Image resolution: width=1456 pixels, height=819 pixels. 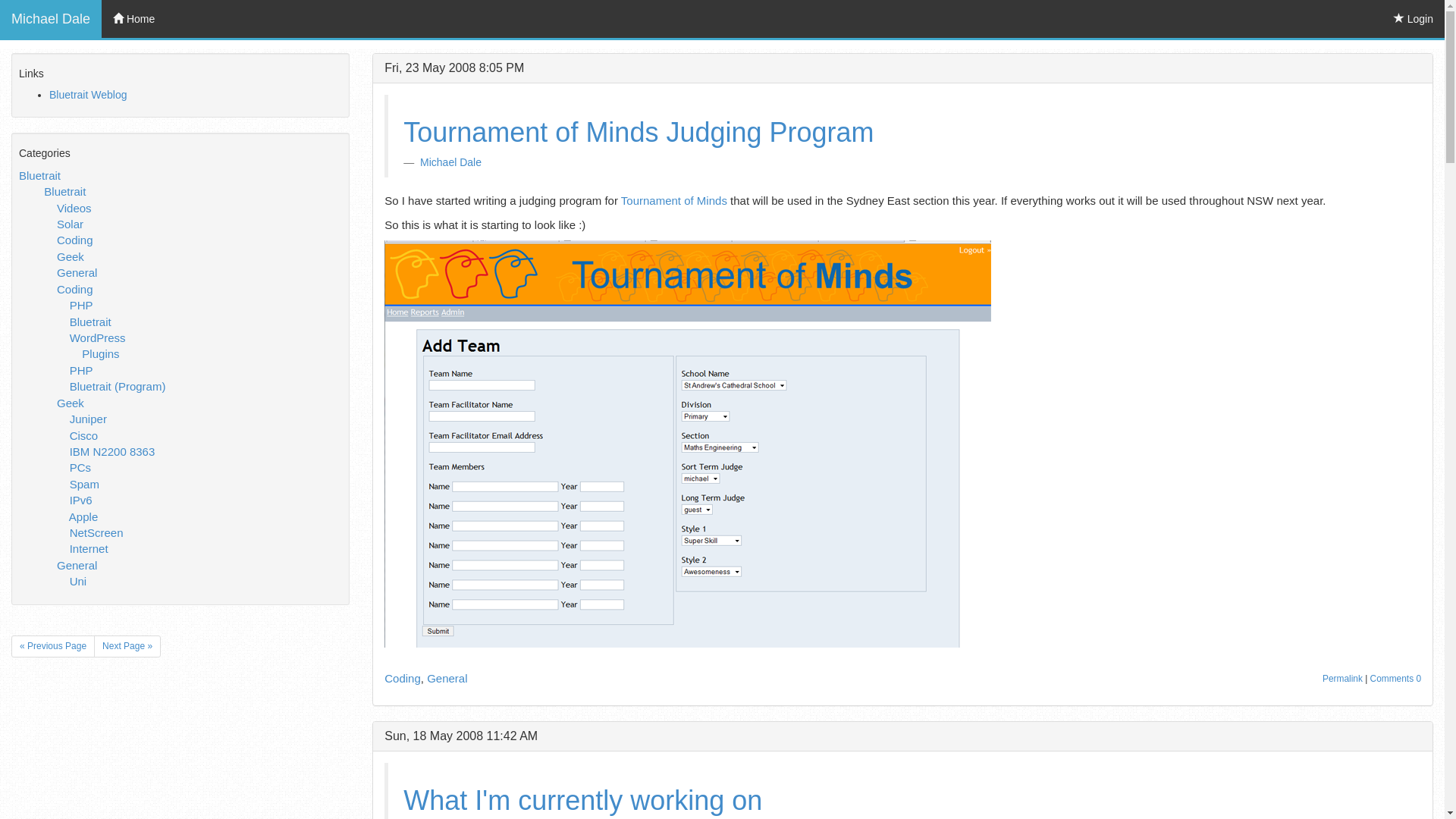 I want to click on 'IBM N2200 8363', so click(x=111, y=450).